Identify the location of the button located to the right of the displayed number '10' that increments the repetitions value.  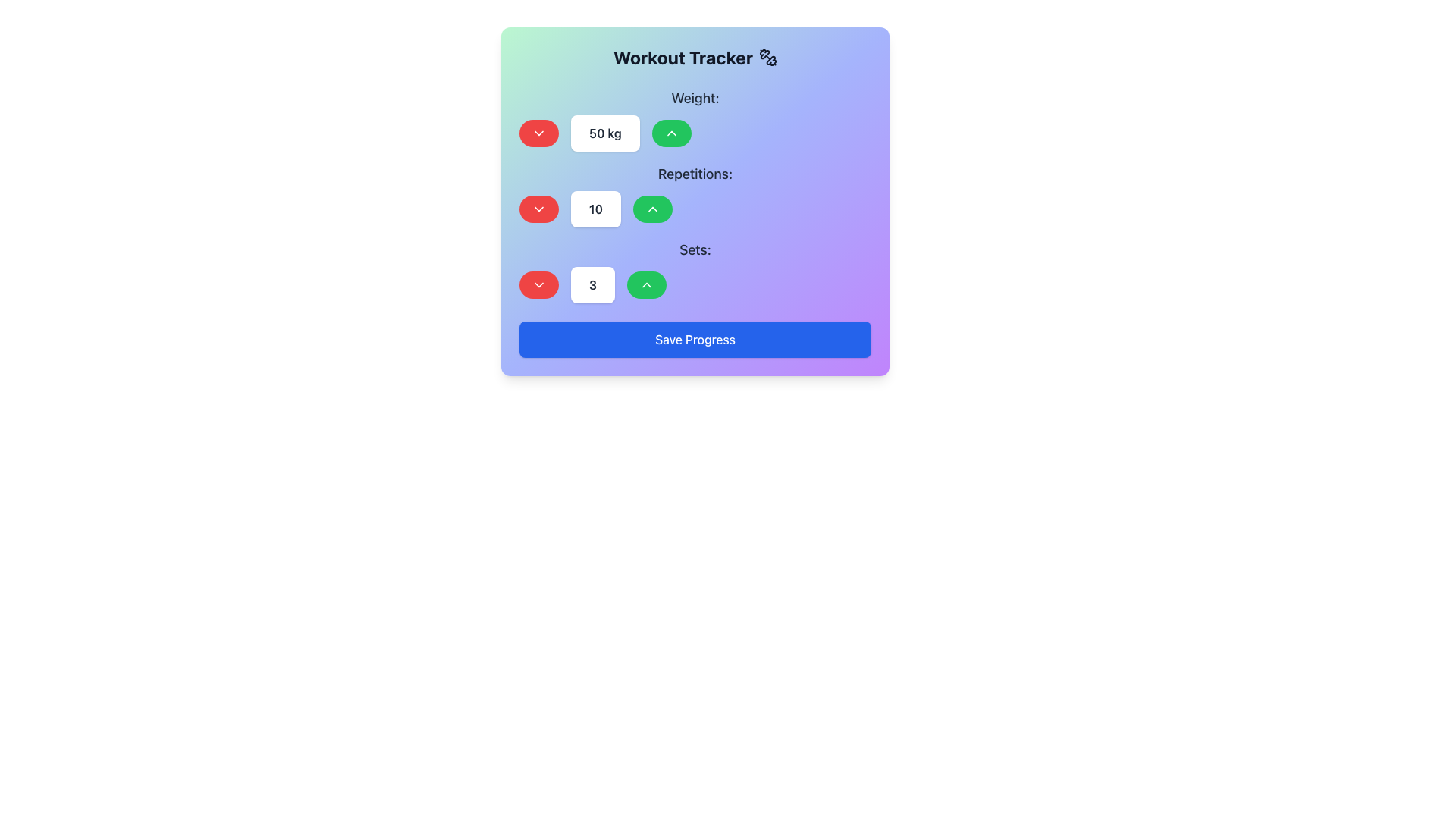
(652, 209).